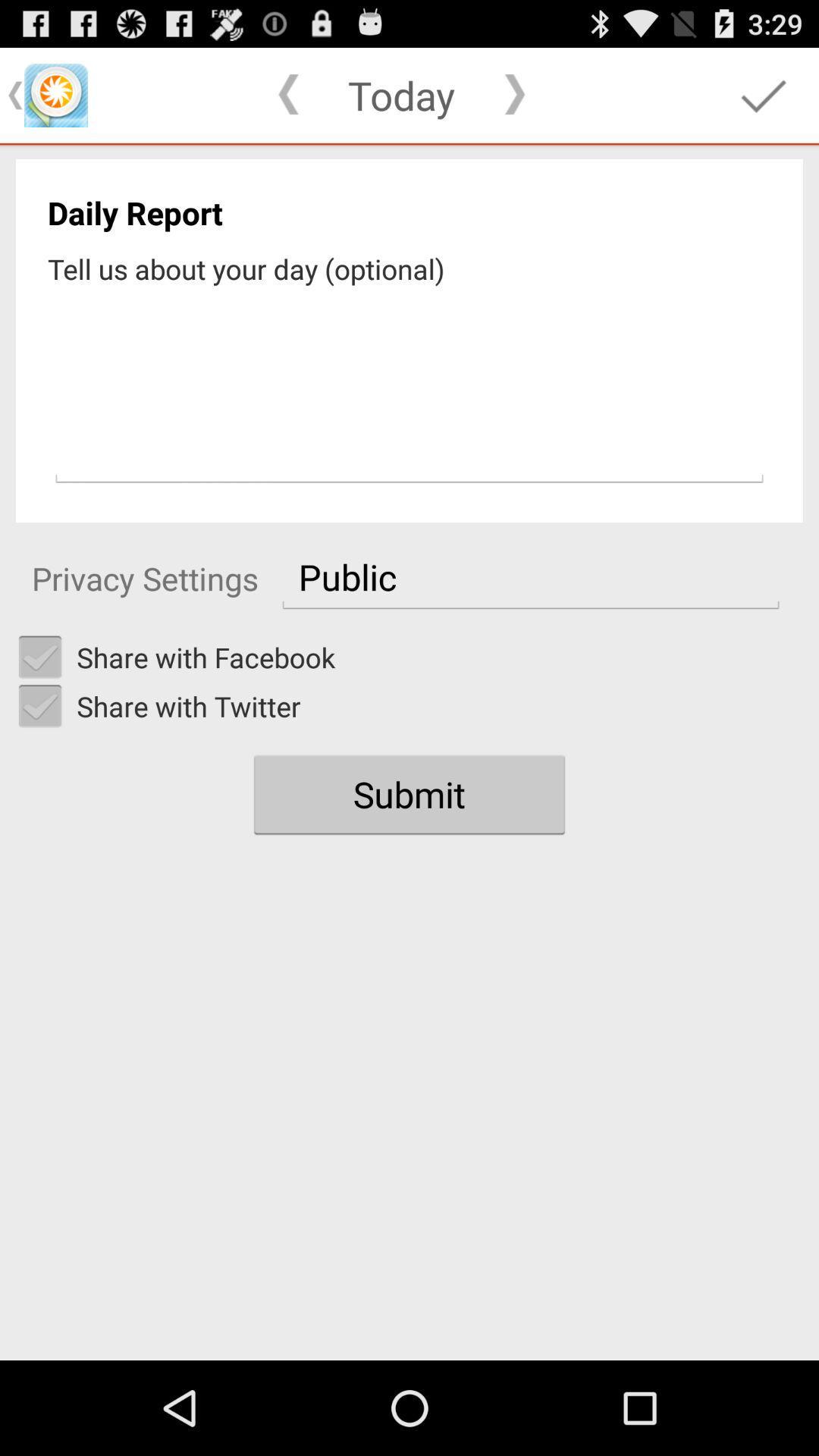  I want to click on check to share with facebook, so click(39, 657).